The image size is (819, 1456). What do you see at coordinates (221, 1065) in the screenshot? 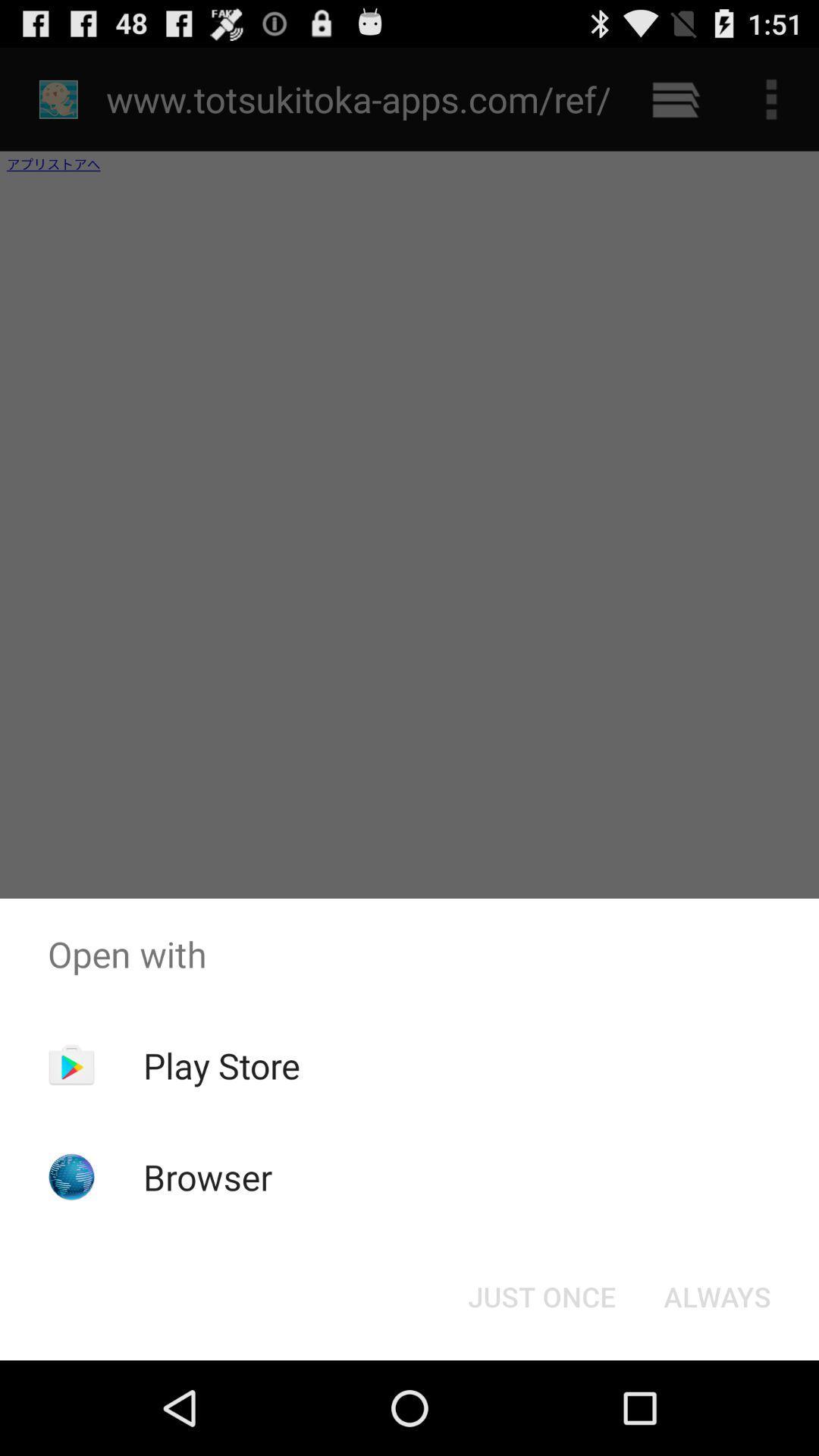
I see `app above the browser item` at bounding box center [221, 1065].